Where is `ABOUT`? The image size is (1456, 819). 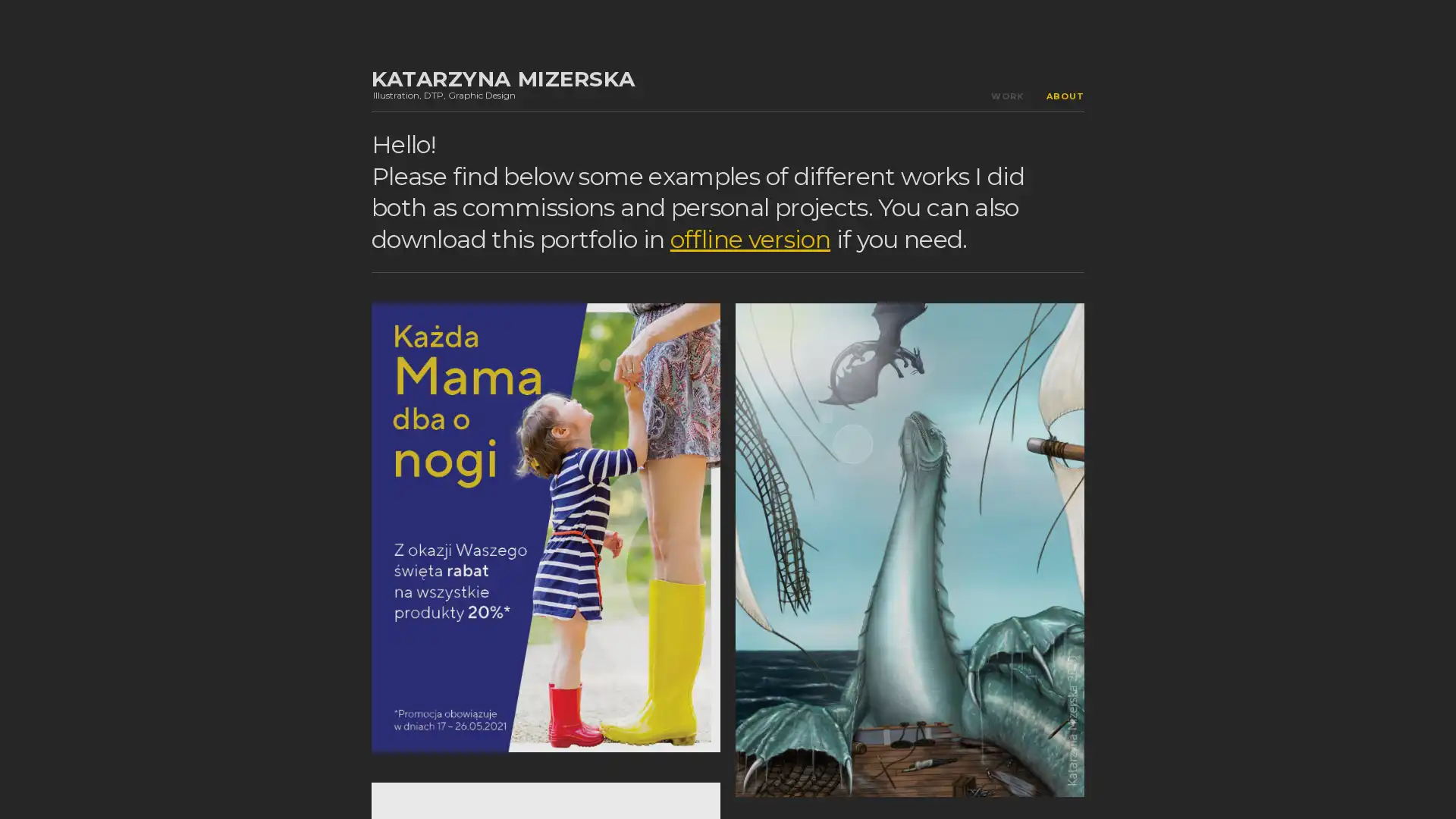 ABOUT is located at coordinates (1065, 96).